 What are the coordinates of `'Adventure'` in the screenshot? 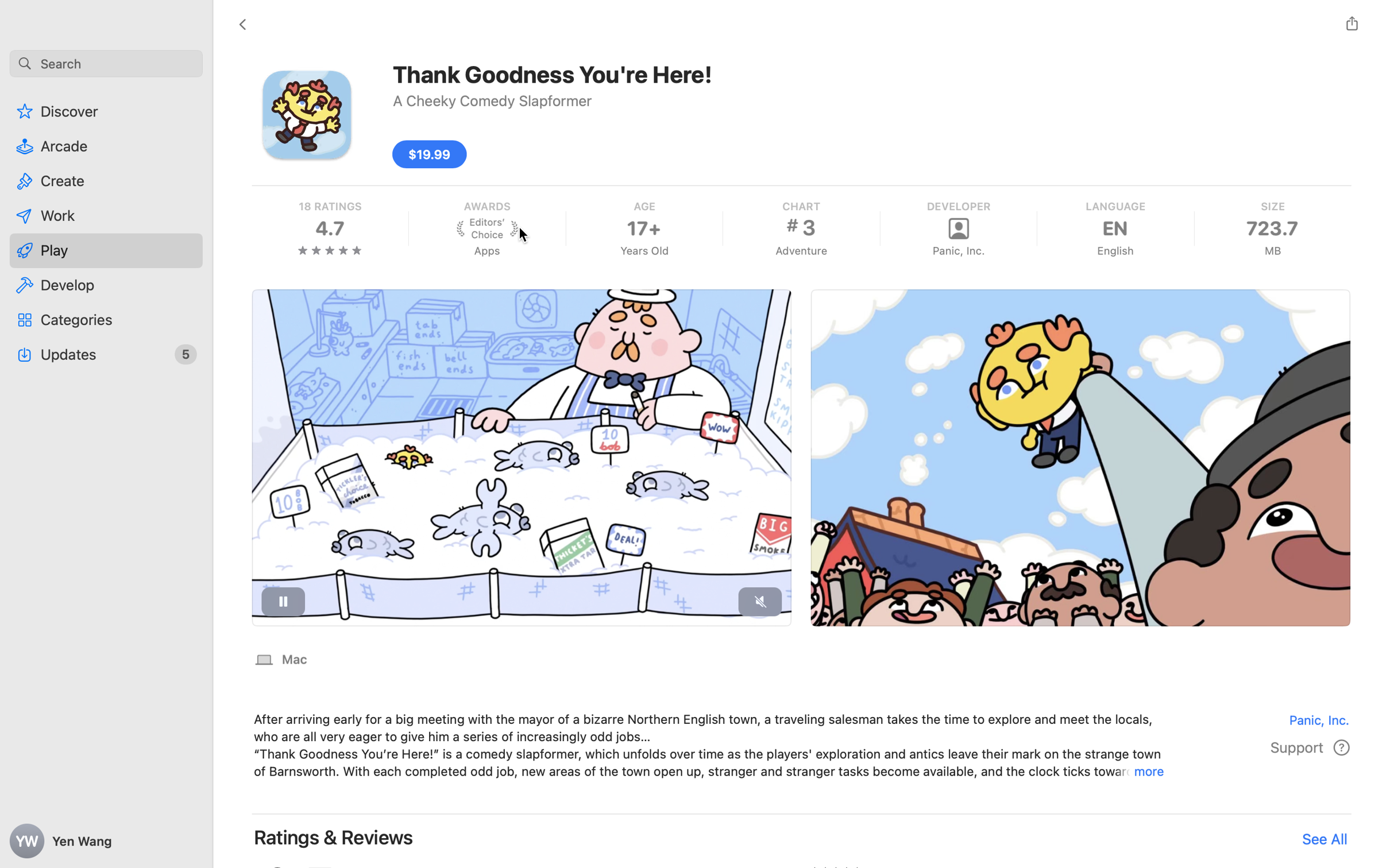 It's located at (801, 250).